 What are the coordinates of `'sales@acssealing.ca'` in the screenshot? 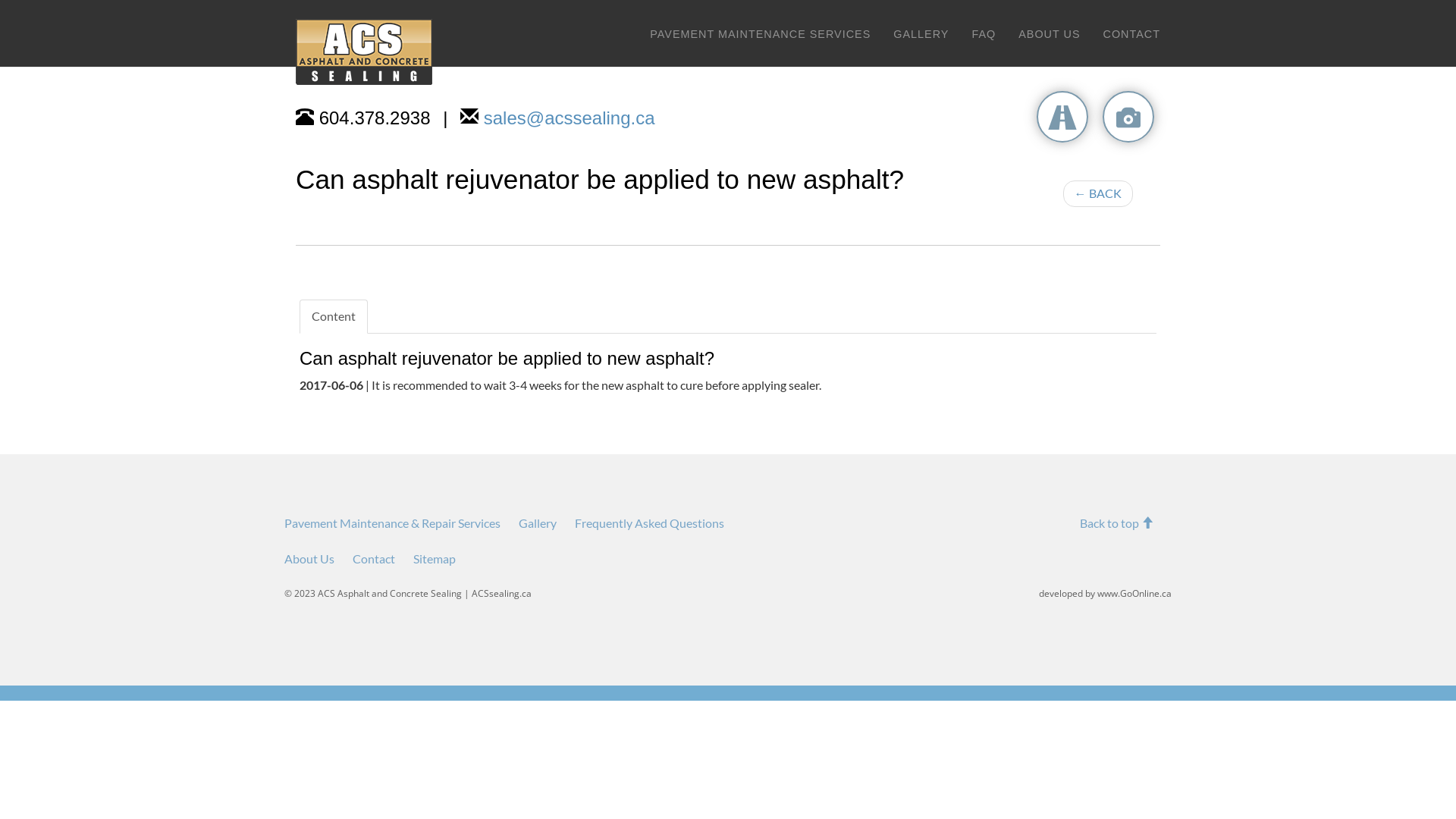 It's located at (568, 117).